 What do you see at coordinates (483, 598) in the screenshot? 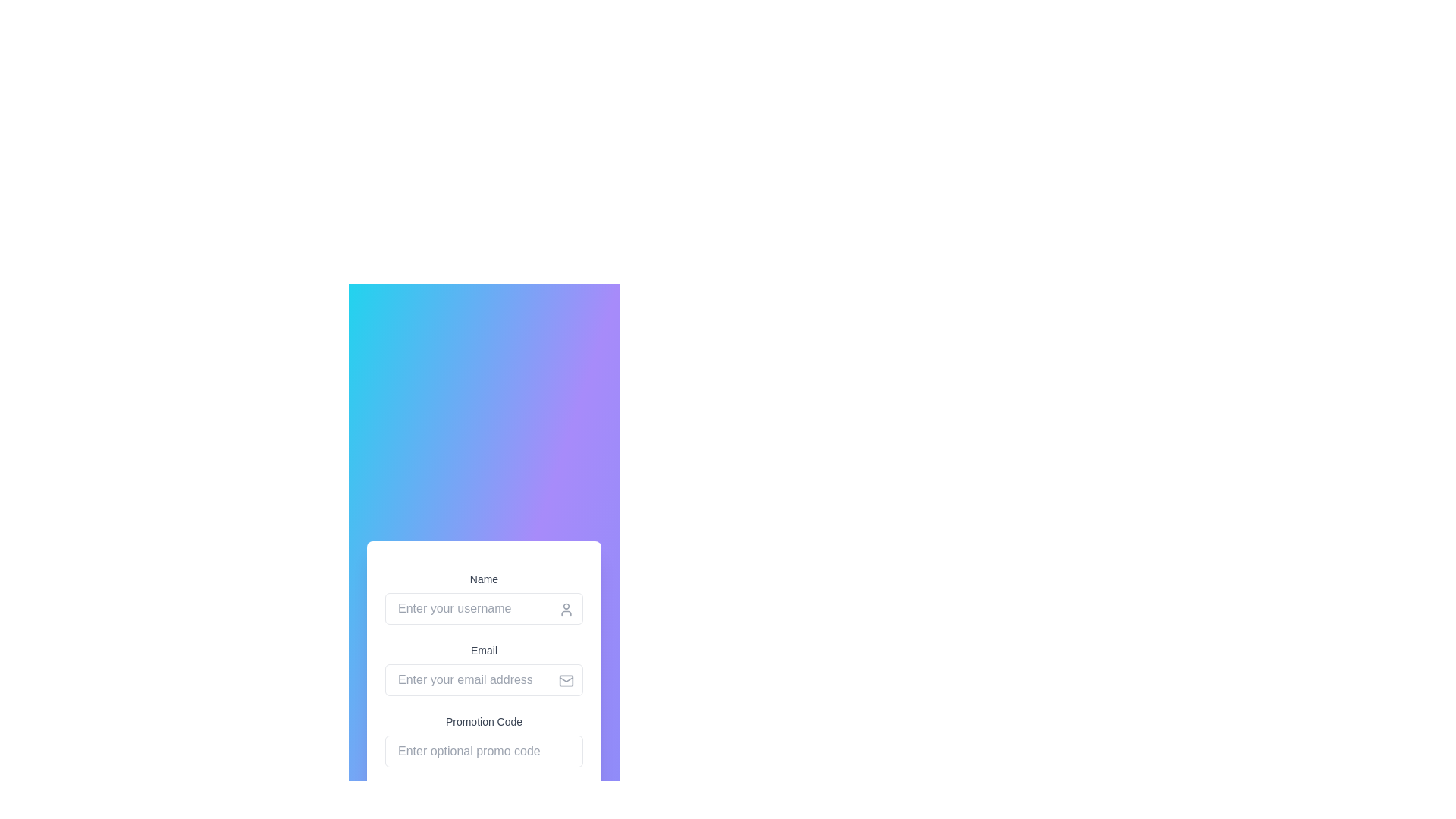
I see `the text input field for entering a username, which is the first input field in the form, to focus on it` at bounding box center [483, 598].